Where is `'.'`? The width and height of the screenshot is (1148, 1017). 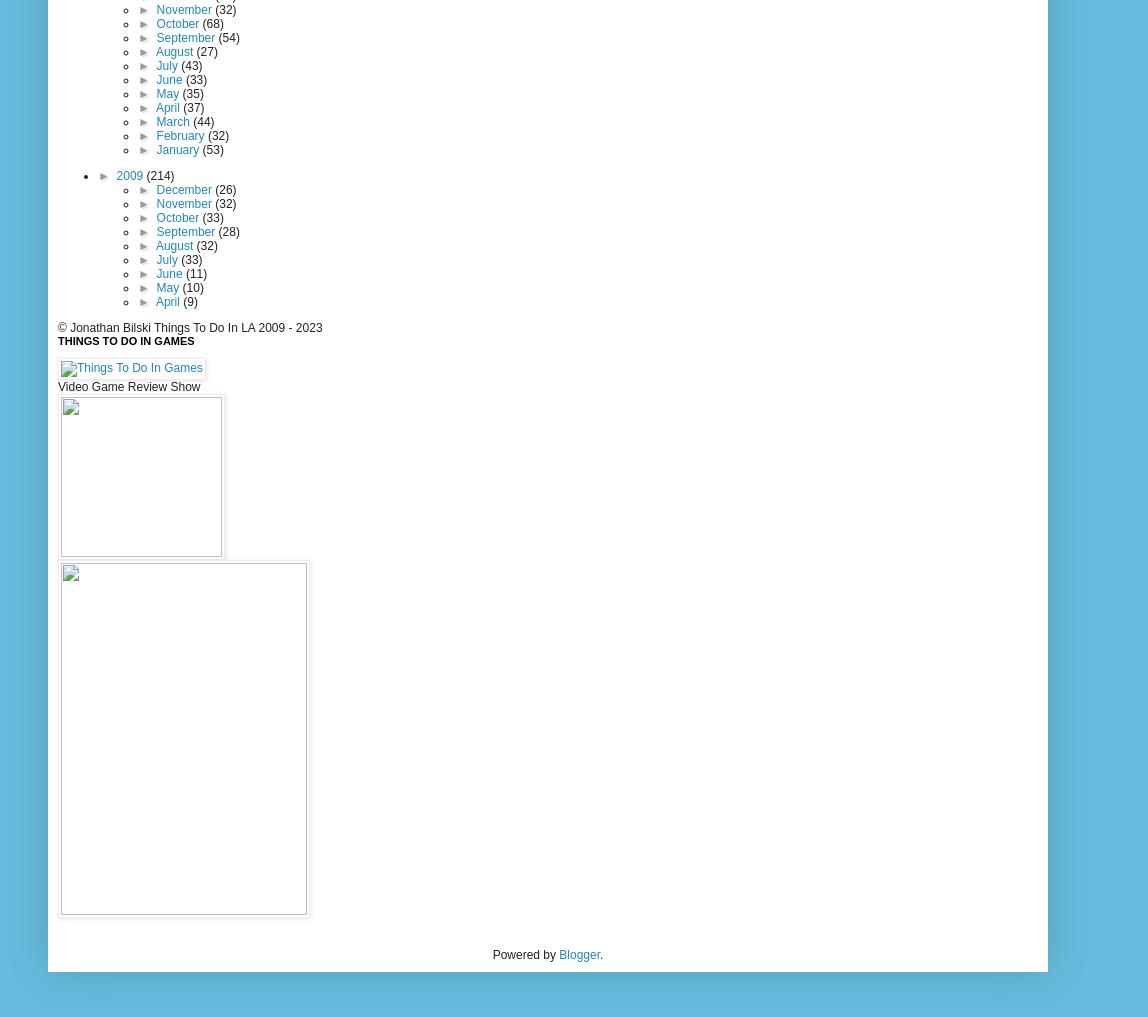 '.' is located at coordinates (601, 953).